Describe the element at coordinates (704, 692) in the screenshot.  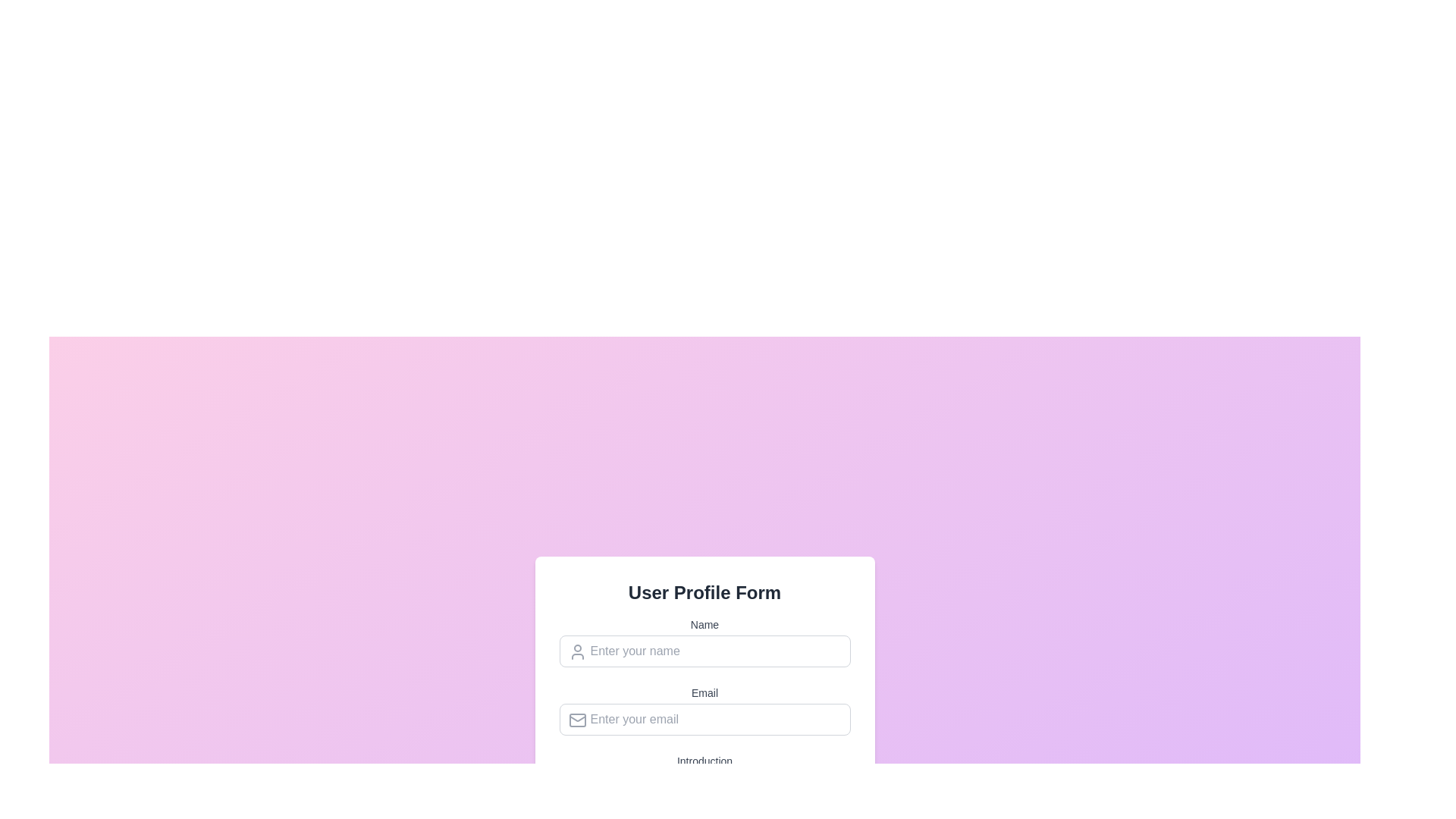
I see `the static label text for the email input field` at that location.